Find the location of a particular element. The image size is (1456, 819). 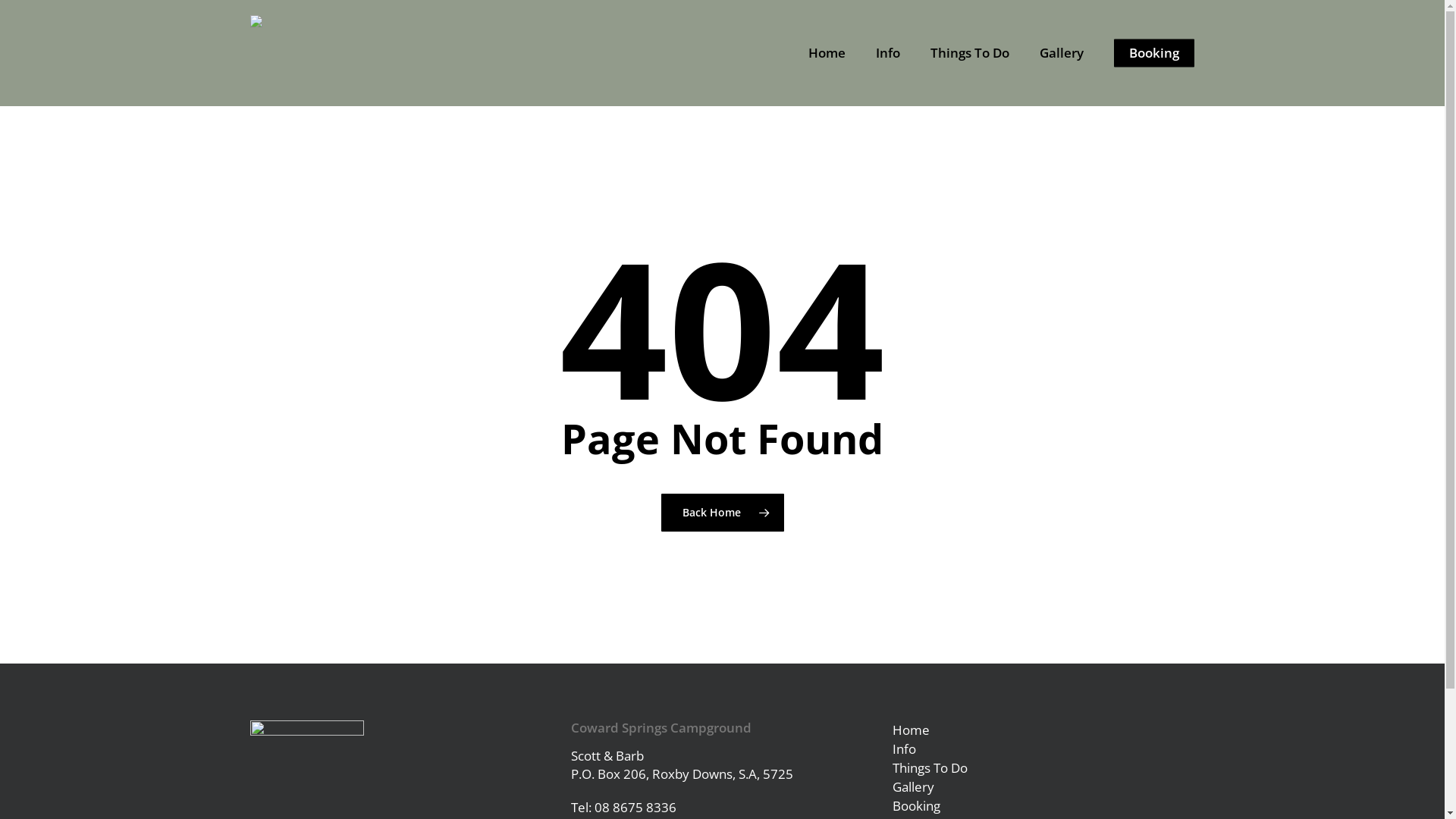

'Home' is located at coordinates (826, 52).